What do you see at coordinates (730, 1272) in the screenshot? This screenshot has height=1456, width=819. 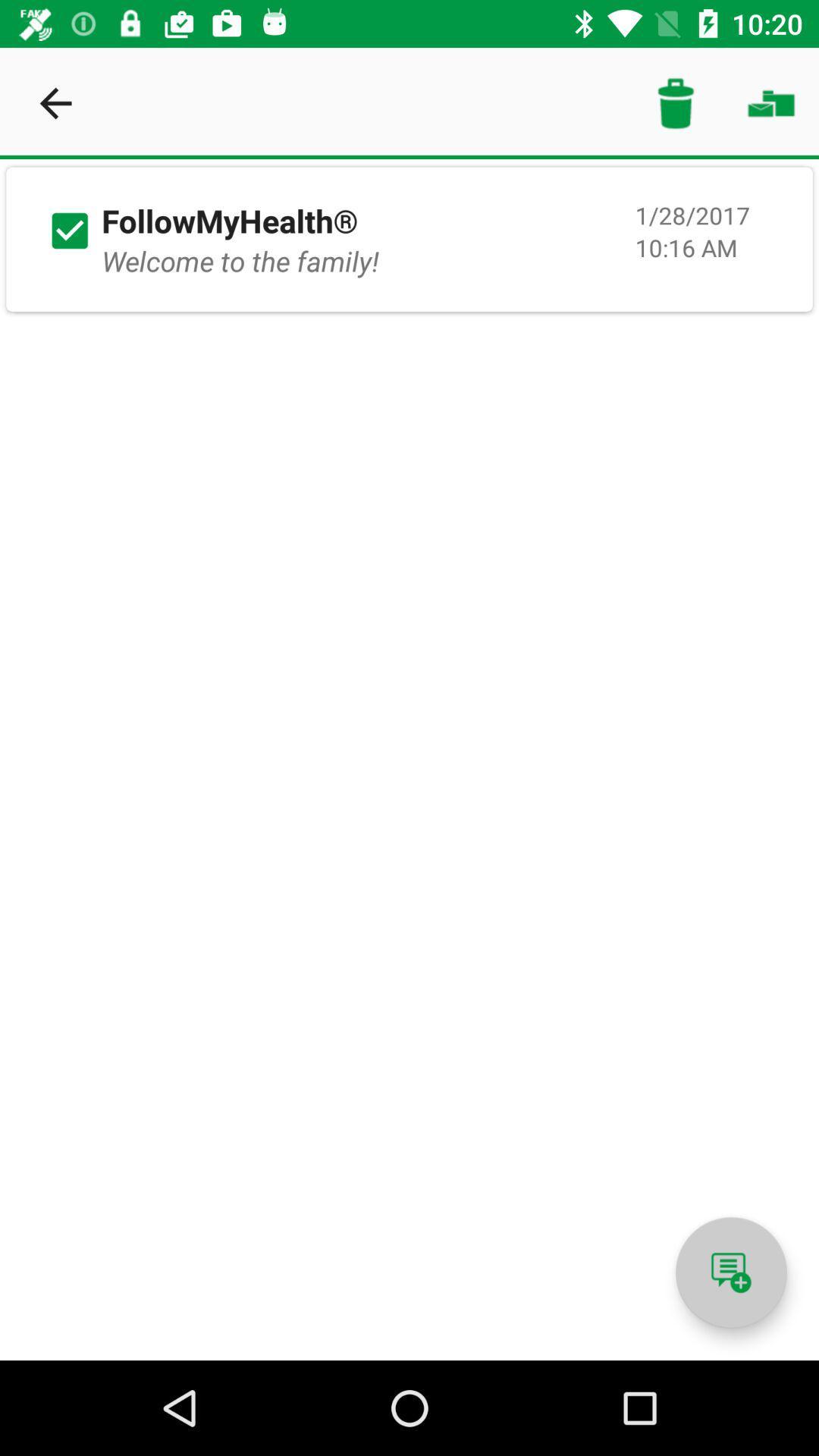 I see `the chat icon` at bounding box center [730, 1272].